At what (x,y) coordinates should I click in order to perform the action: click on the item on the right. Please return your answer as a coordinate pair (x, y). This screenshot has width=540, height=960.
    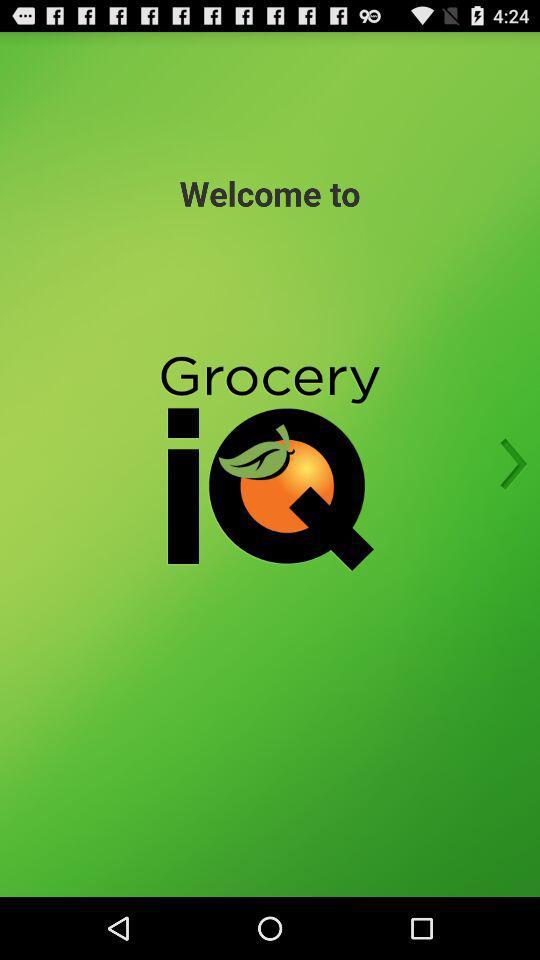
    Looking at the image, I should click on (507, 464).